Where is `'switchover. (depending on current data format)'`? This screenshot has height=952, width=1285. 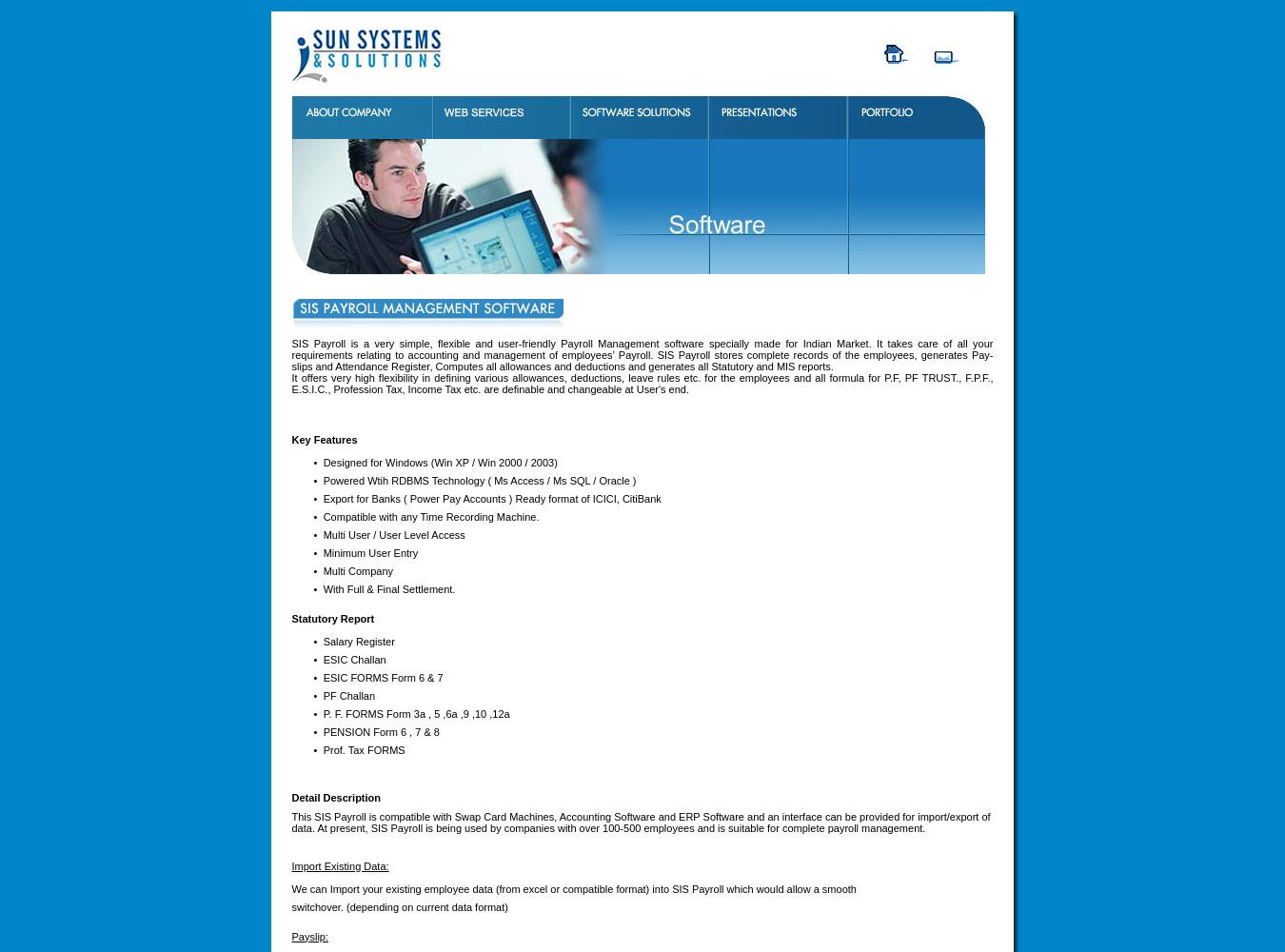
'switchover. (depending on current data format)' is located at coordinates (399, 905).